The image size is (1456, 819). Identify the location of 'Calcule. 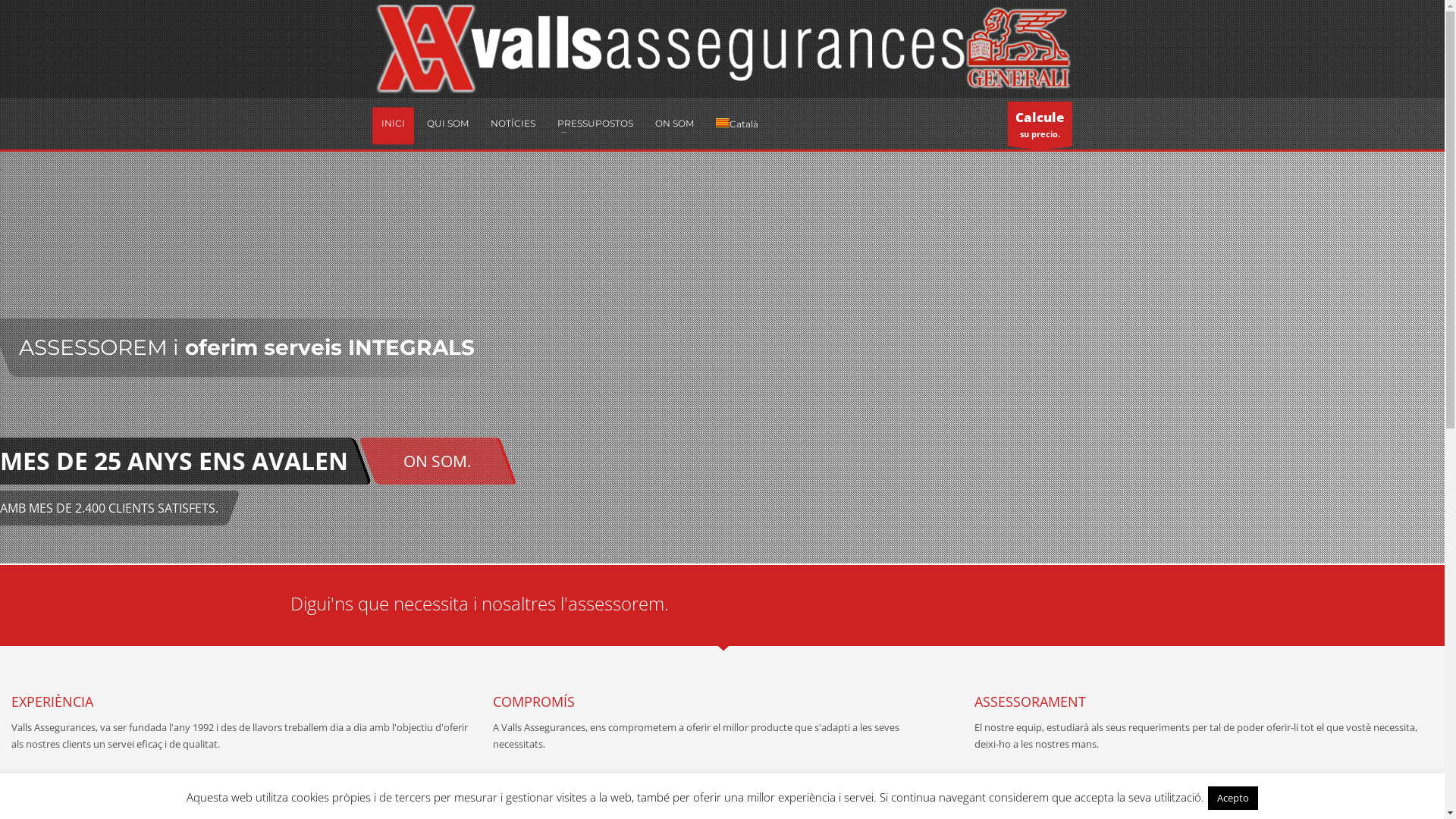
(1008, 123).